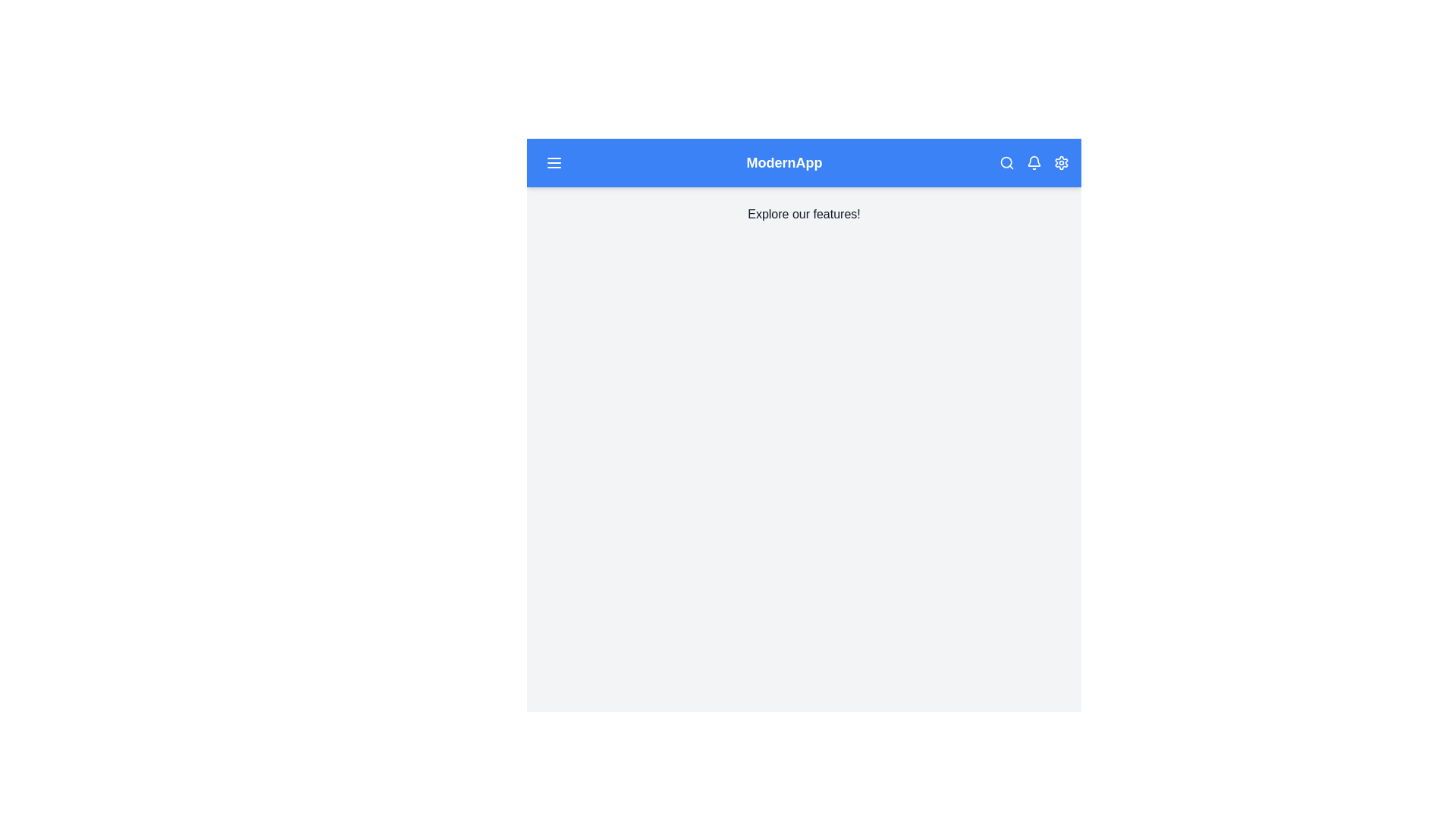 The height and width of the screenshot is (819, 1456). What do you see at coordinates (1007, 163) in the screenshot?
I see `the search icon to activate the search functionality` at bounding box center [1007, 163].